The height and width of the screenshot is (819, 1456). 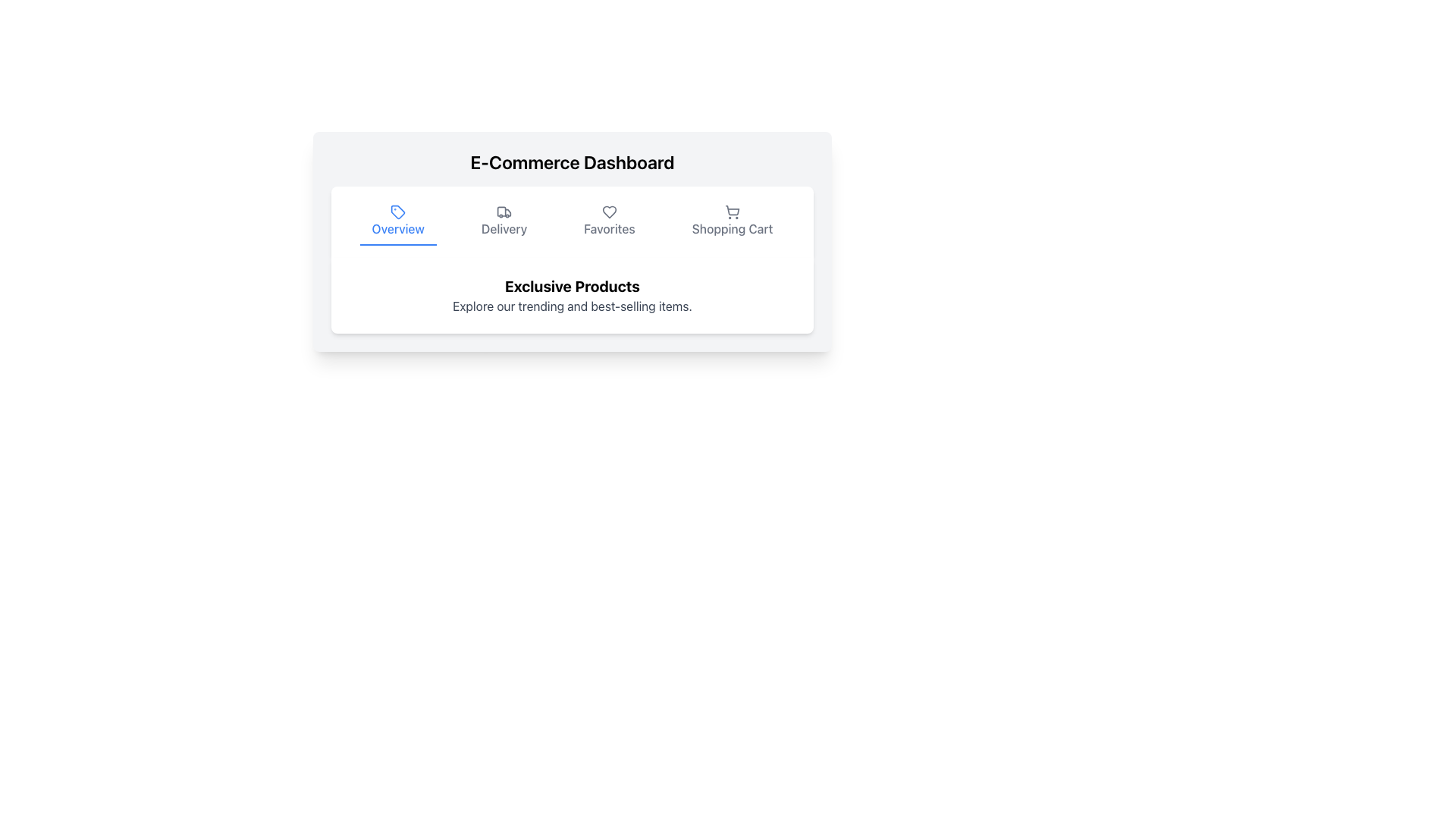 What do you see at coordinates (733, 210) in the screenshot?
I see `the shopping cart icon, which is the rightmost element in the navigation row, indicated by its outline and wheels` at bounding box center [733, 210].